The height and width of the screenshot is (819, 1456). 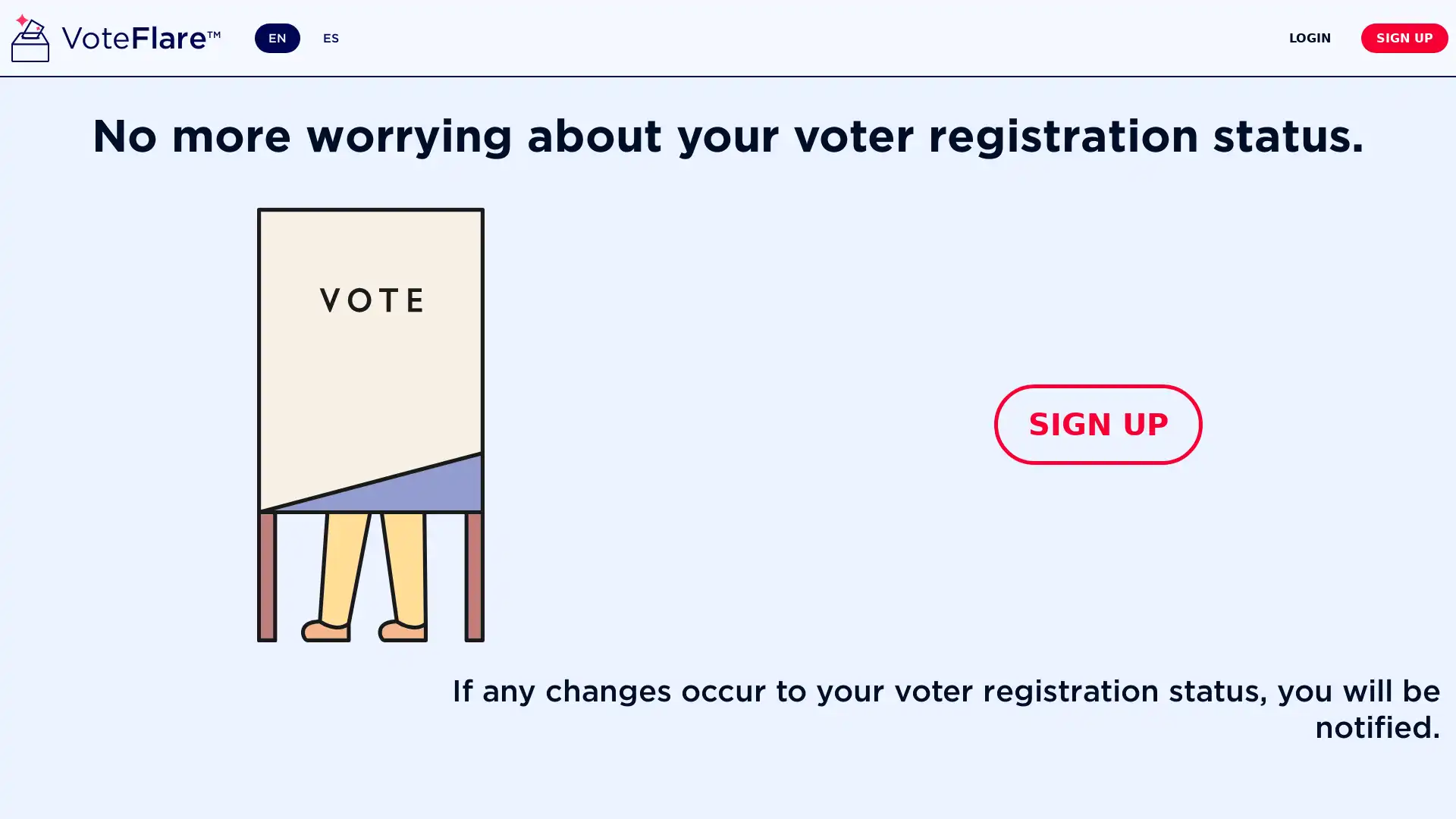 I want to click on SIGN UP, so click(x=1098, y=424).